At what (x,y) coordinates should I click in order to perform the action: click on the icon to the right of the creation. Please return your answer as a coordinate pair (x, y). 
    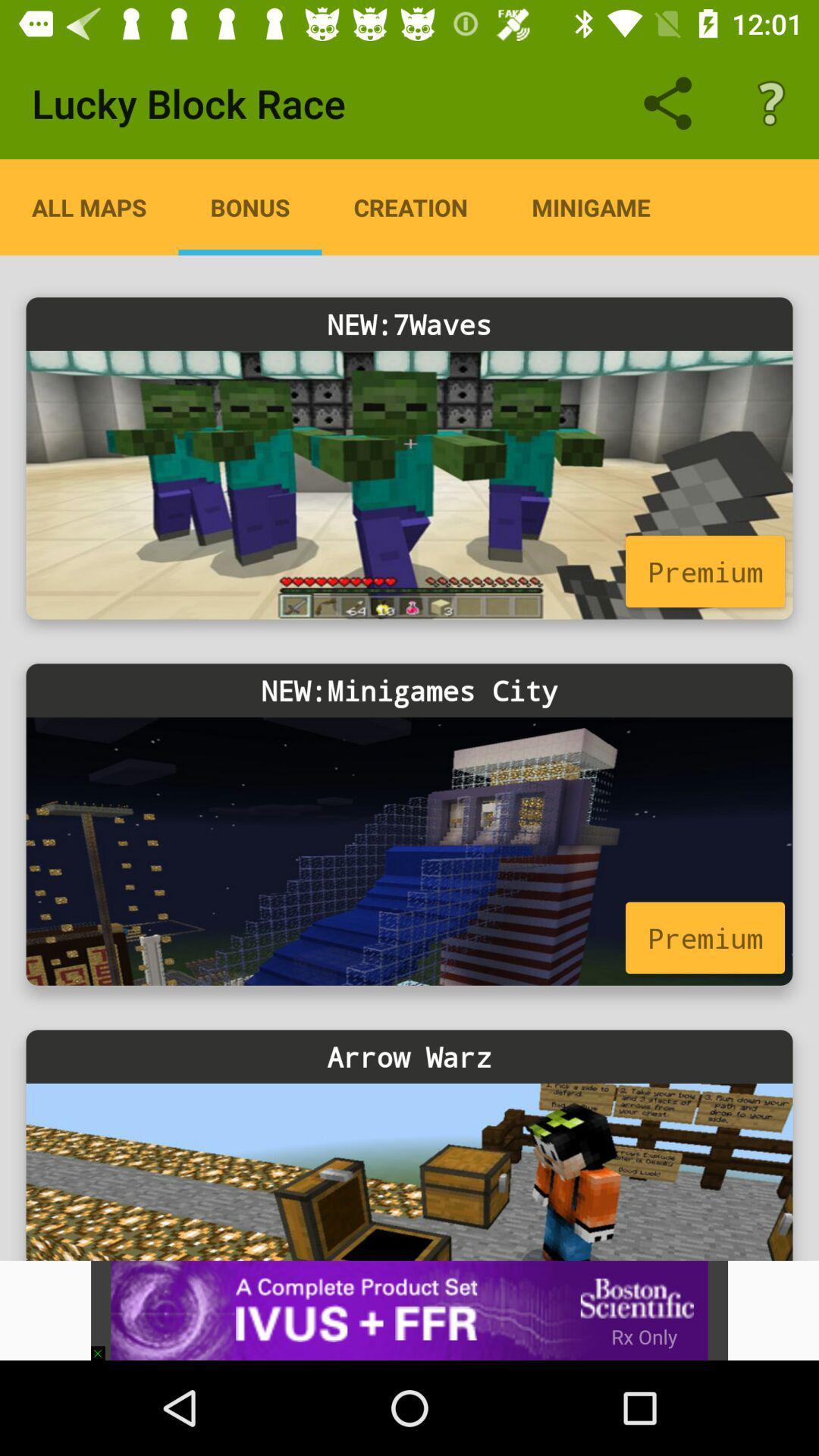
    Looking at the image, I should click on (590, 206).